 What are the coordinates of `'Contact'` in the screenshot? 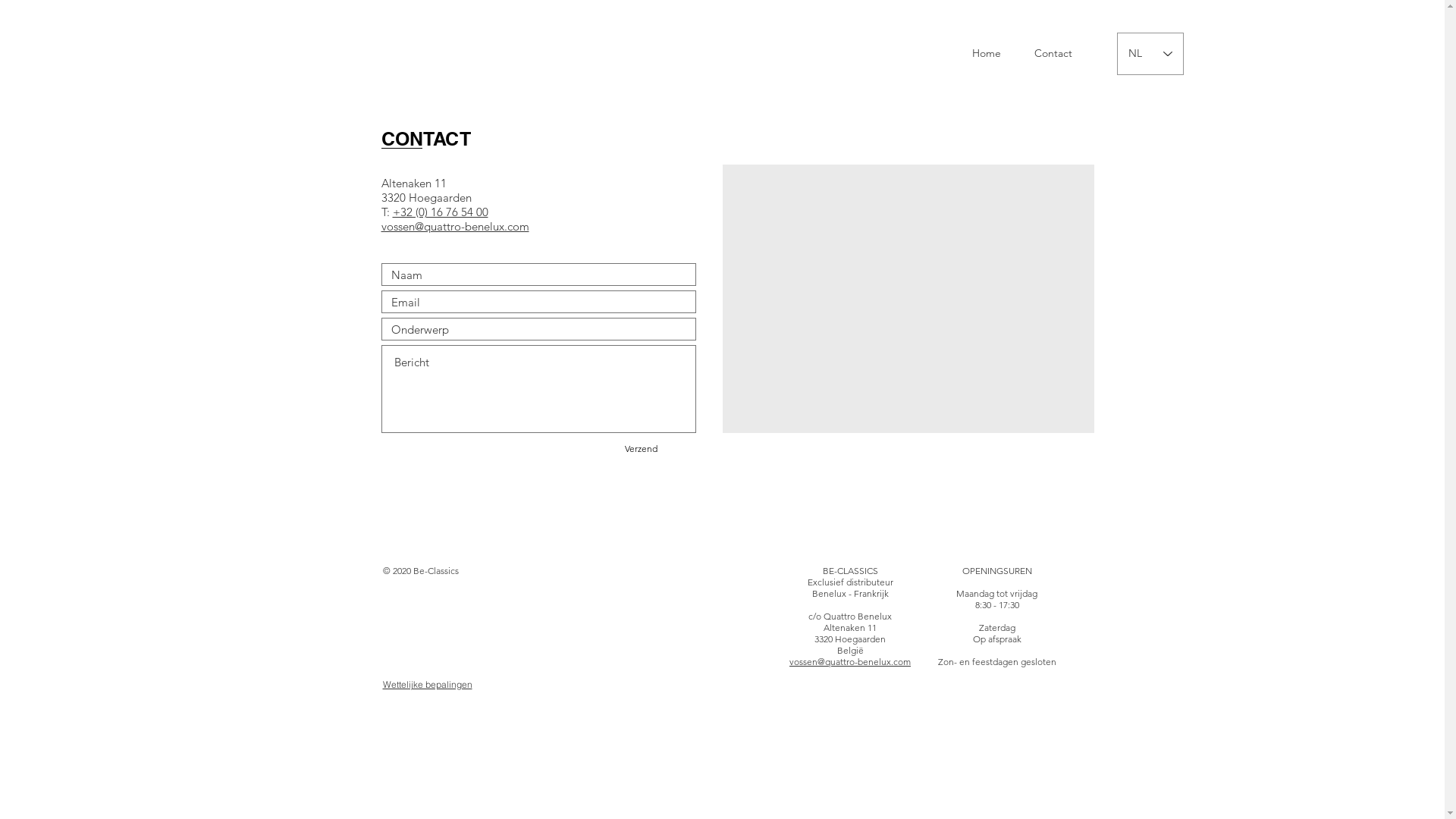 It's located at (1051, 52).